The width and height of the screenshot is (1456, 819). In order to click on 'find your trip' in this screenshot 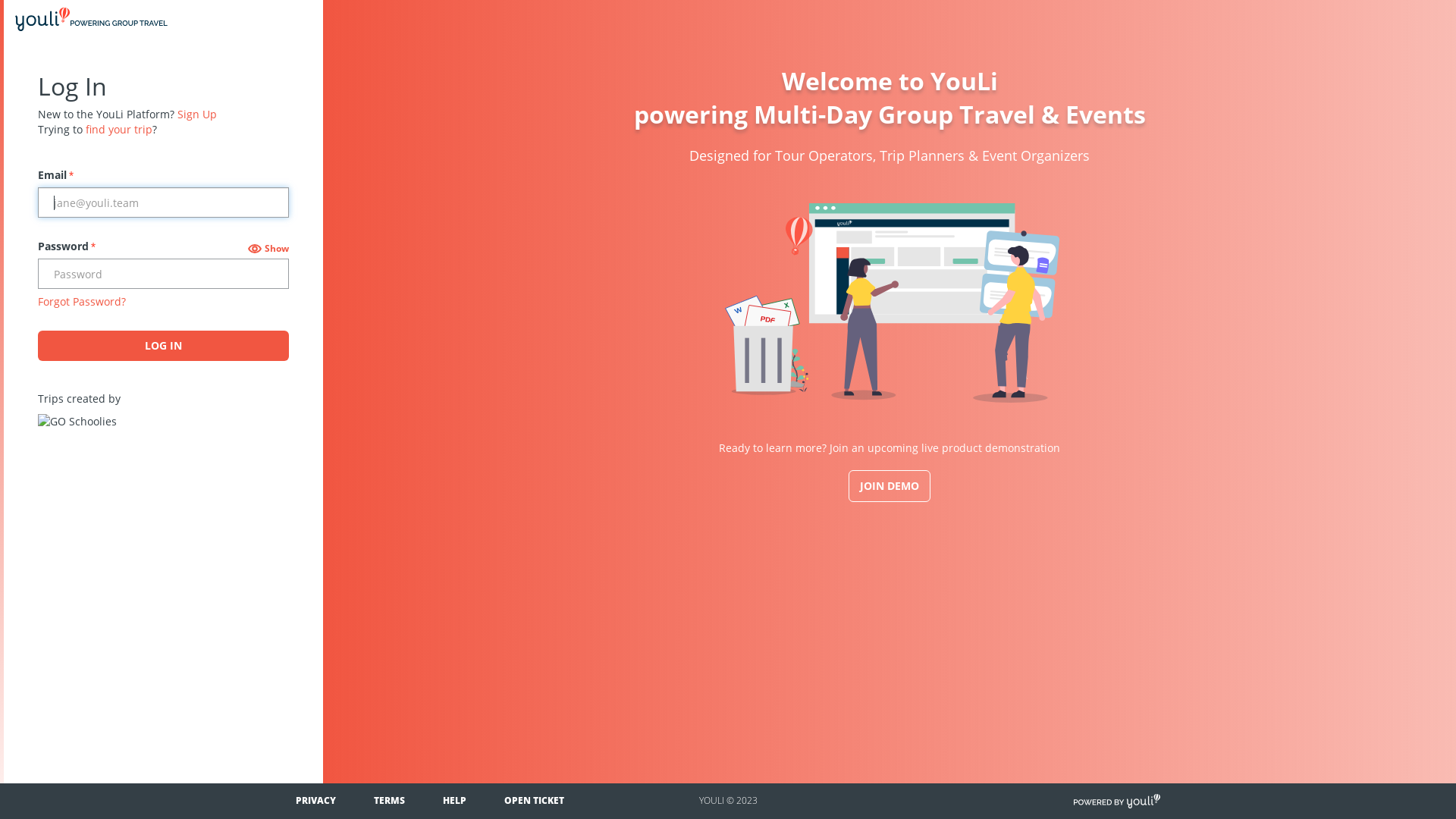, I will do `click(118, 128)`.